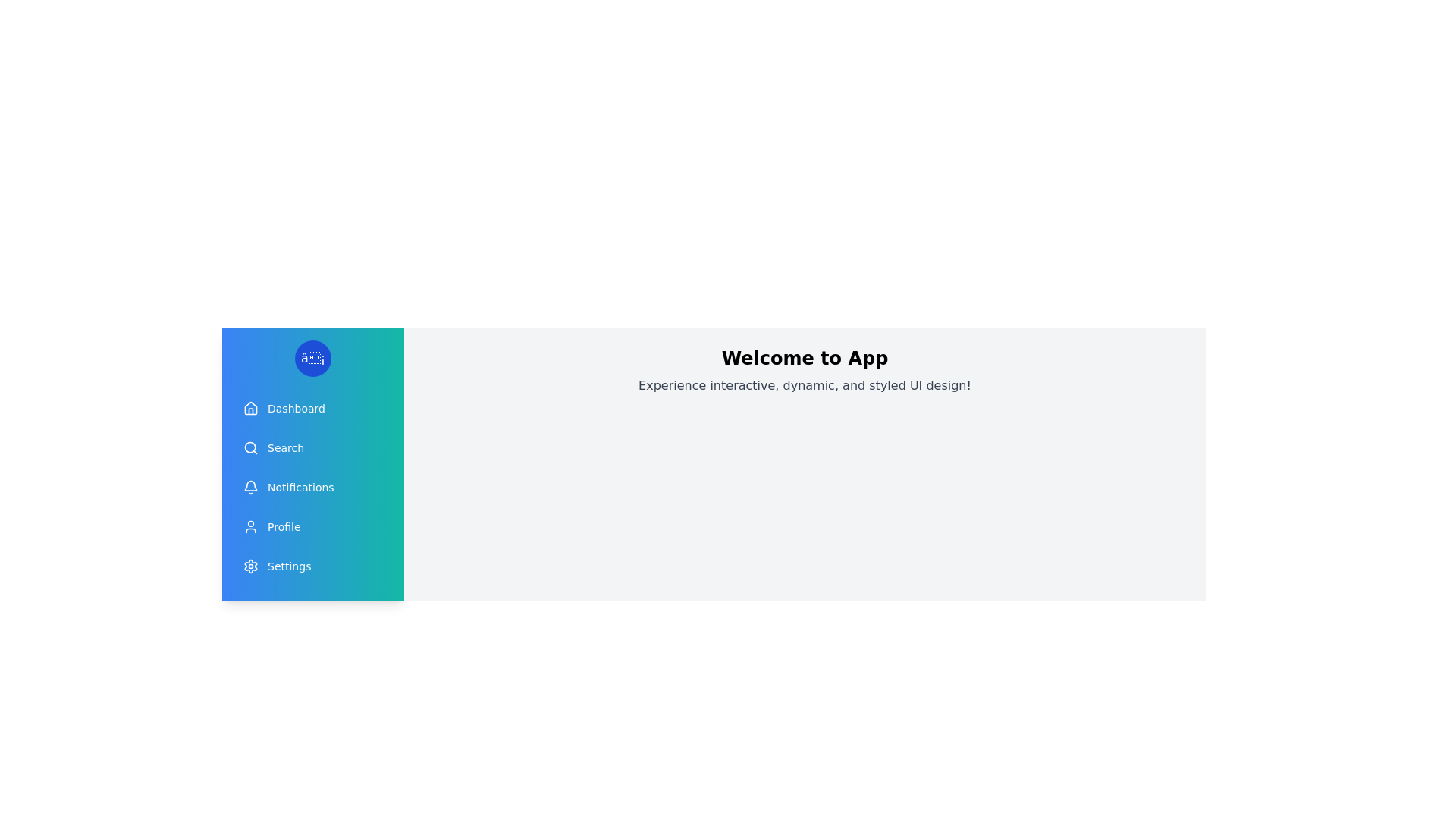  What do you see at coordinates (312, 566) in the screenshot?
I see `the menu item Settings to observe its hover effect` at bounding box center [312, 566].